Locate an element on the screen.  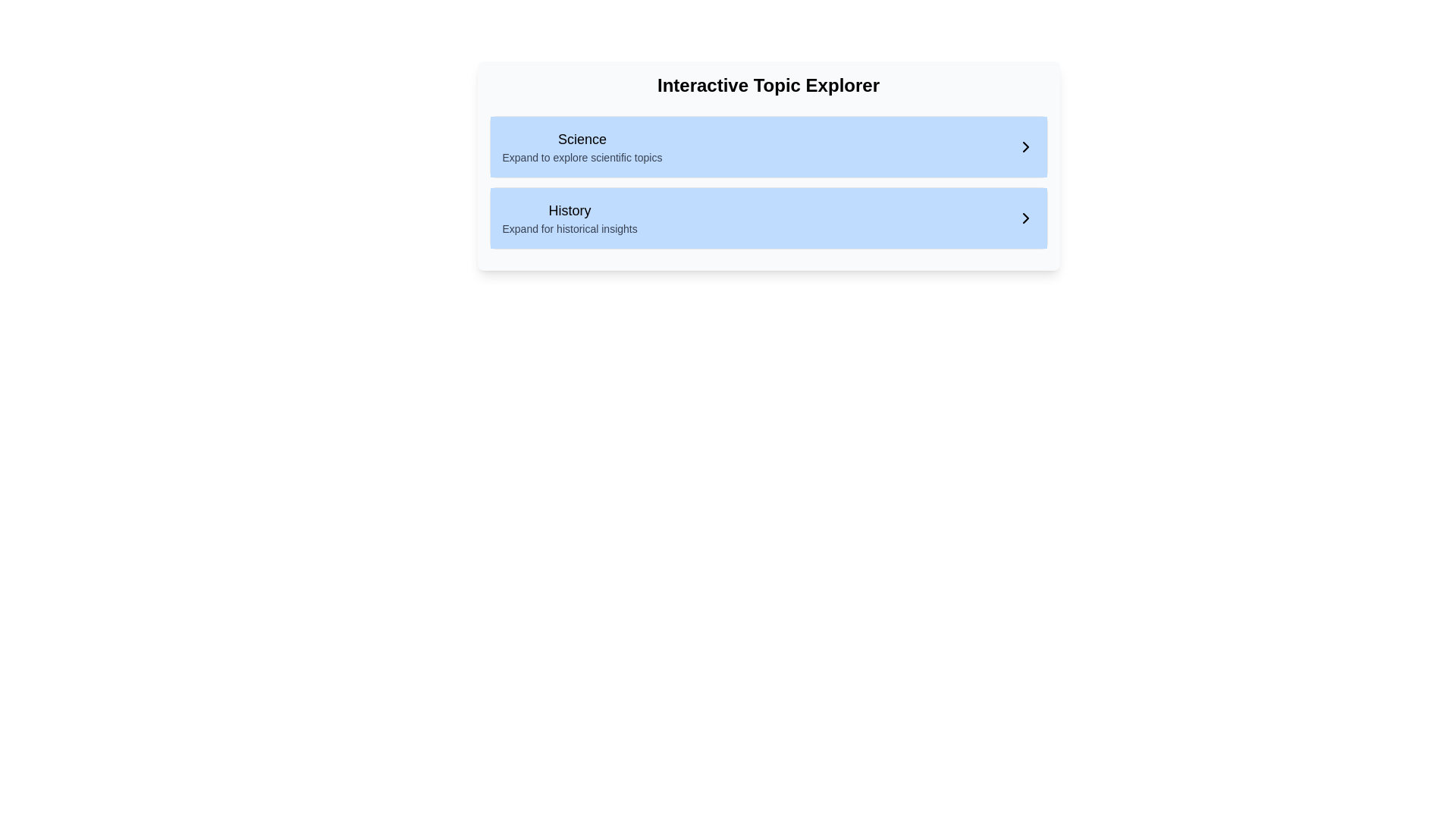
the Text Label under the 'Interactive Topic Explorer' header that expands is located at coordinates (582, 146).